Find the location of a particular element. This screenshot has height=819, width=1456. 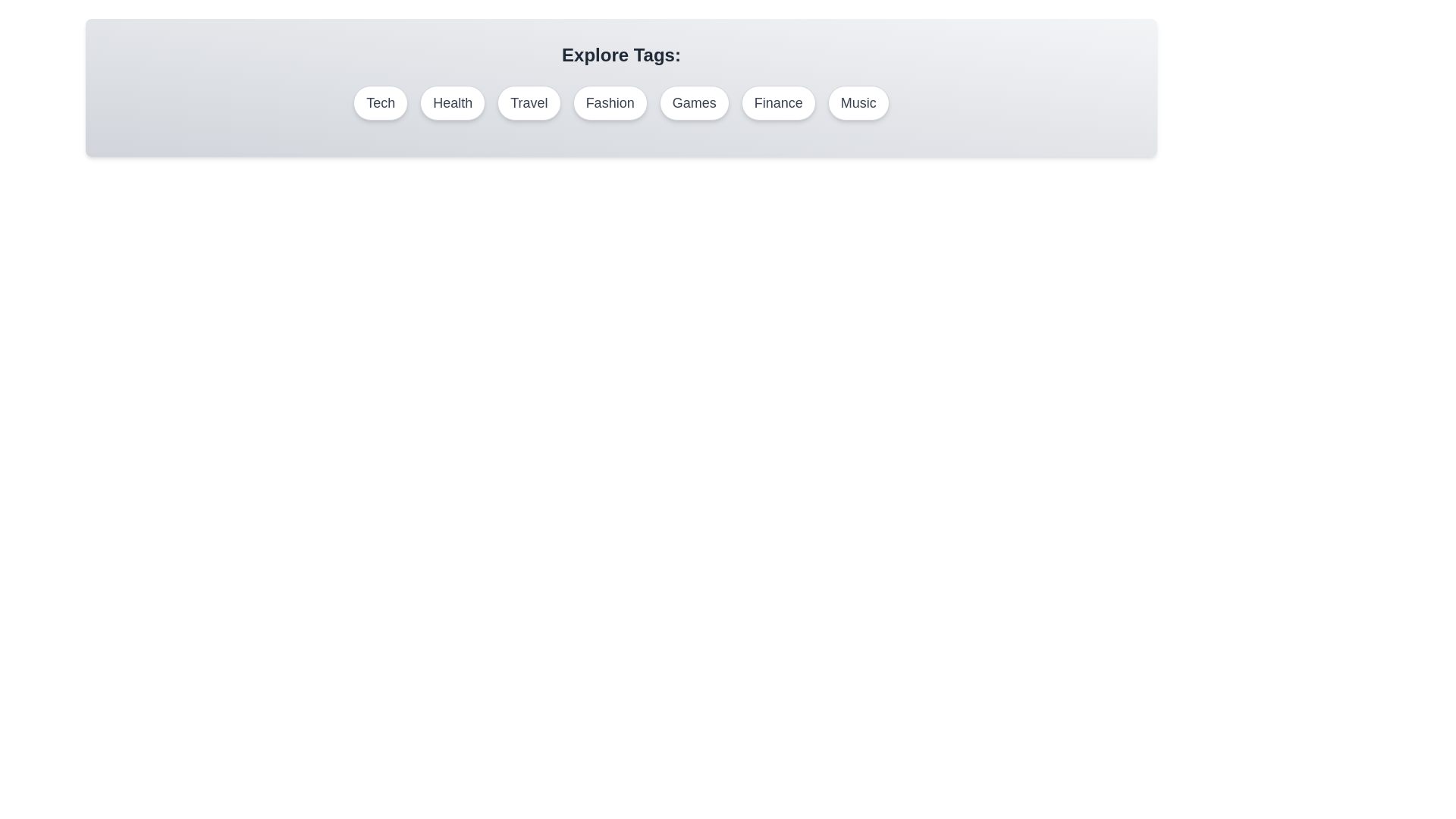

the tag labeled Finance to deselect it is located at coordinates (778, 102).